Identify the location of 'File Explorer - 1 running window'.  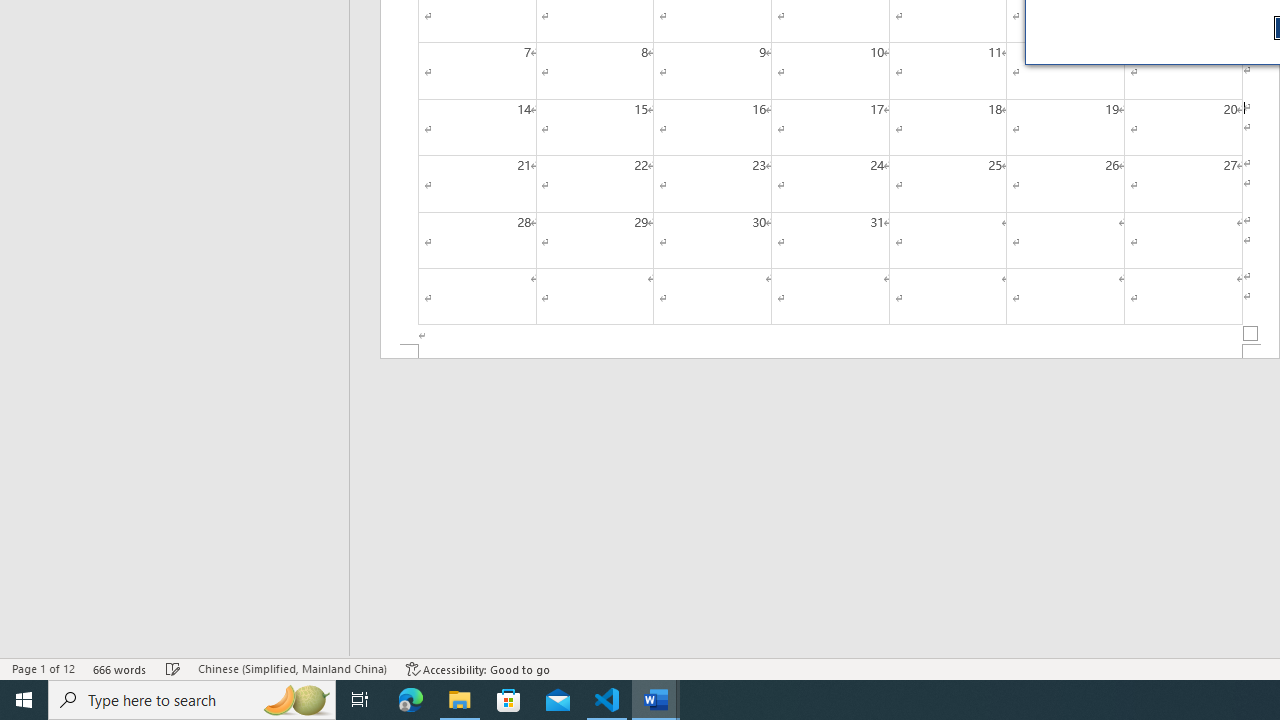
(459, 698).